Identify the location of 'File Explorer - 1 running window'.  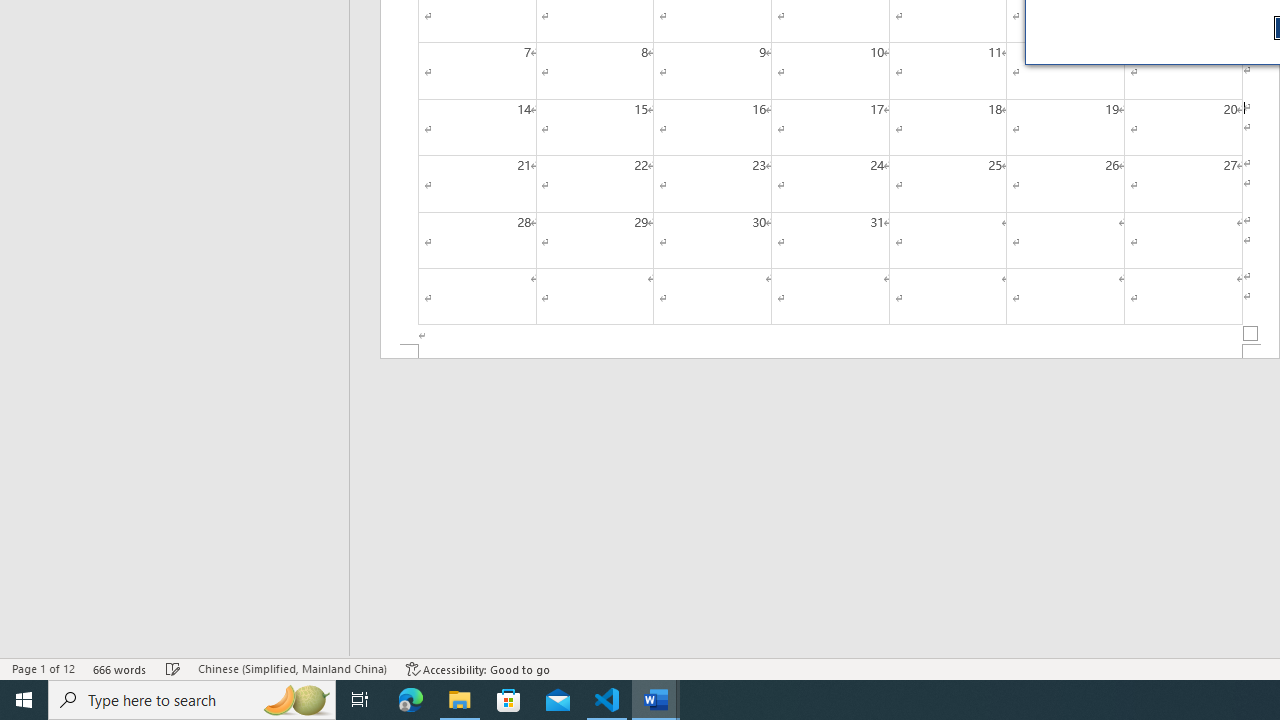
(459, 698).